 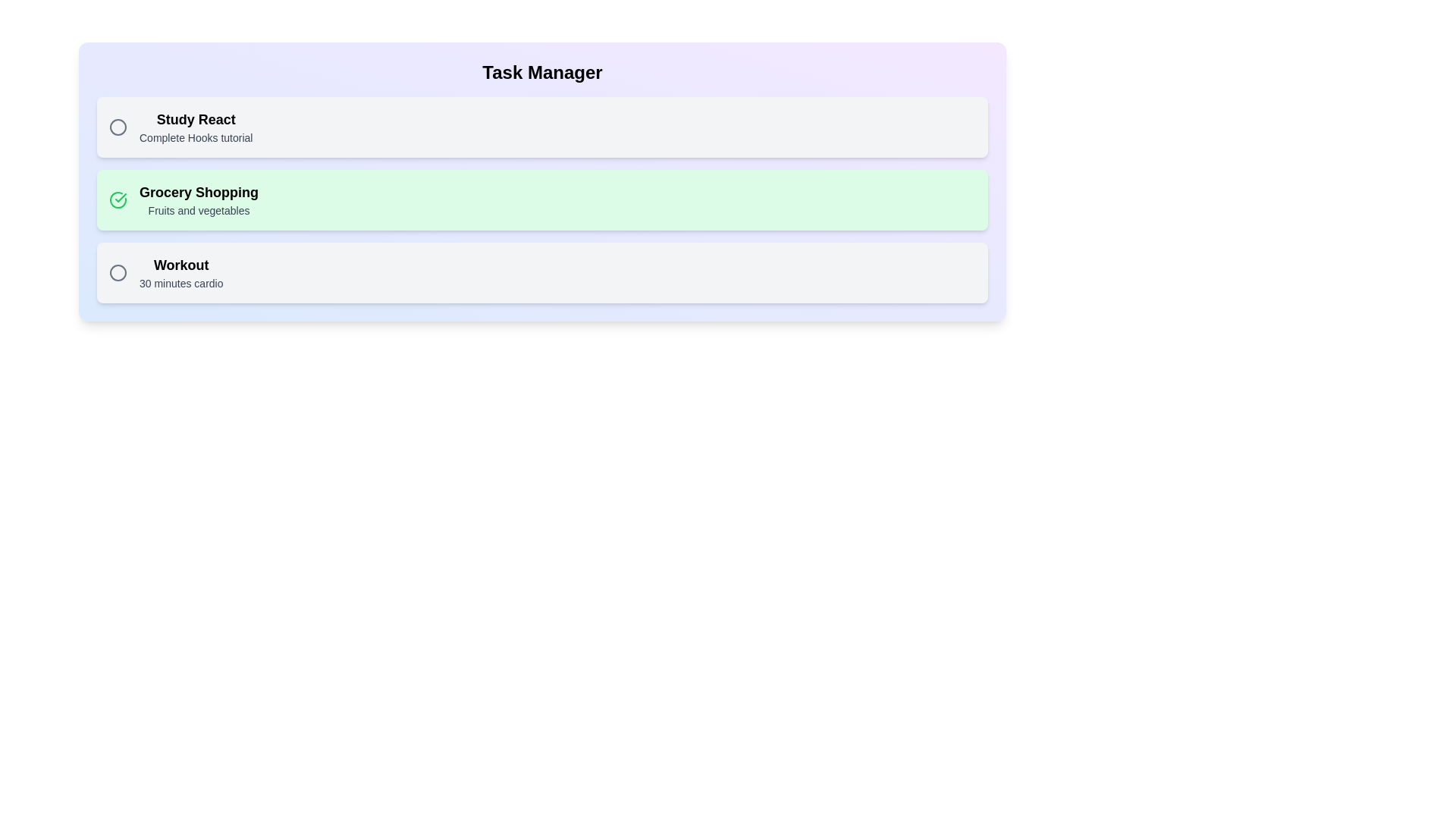 I want to click on the primary title or header text of the first task in the task manager interface, which is located above the text 'Complete Hooks tutorial', so click(x=195, y=119).